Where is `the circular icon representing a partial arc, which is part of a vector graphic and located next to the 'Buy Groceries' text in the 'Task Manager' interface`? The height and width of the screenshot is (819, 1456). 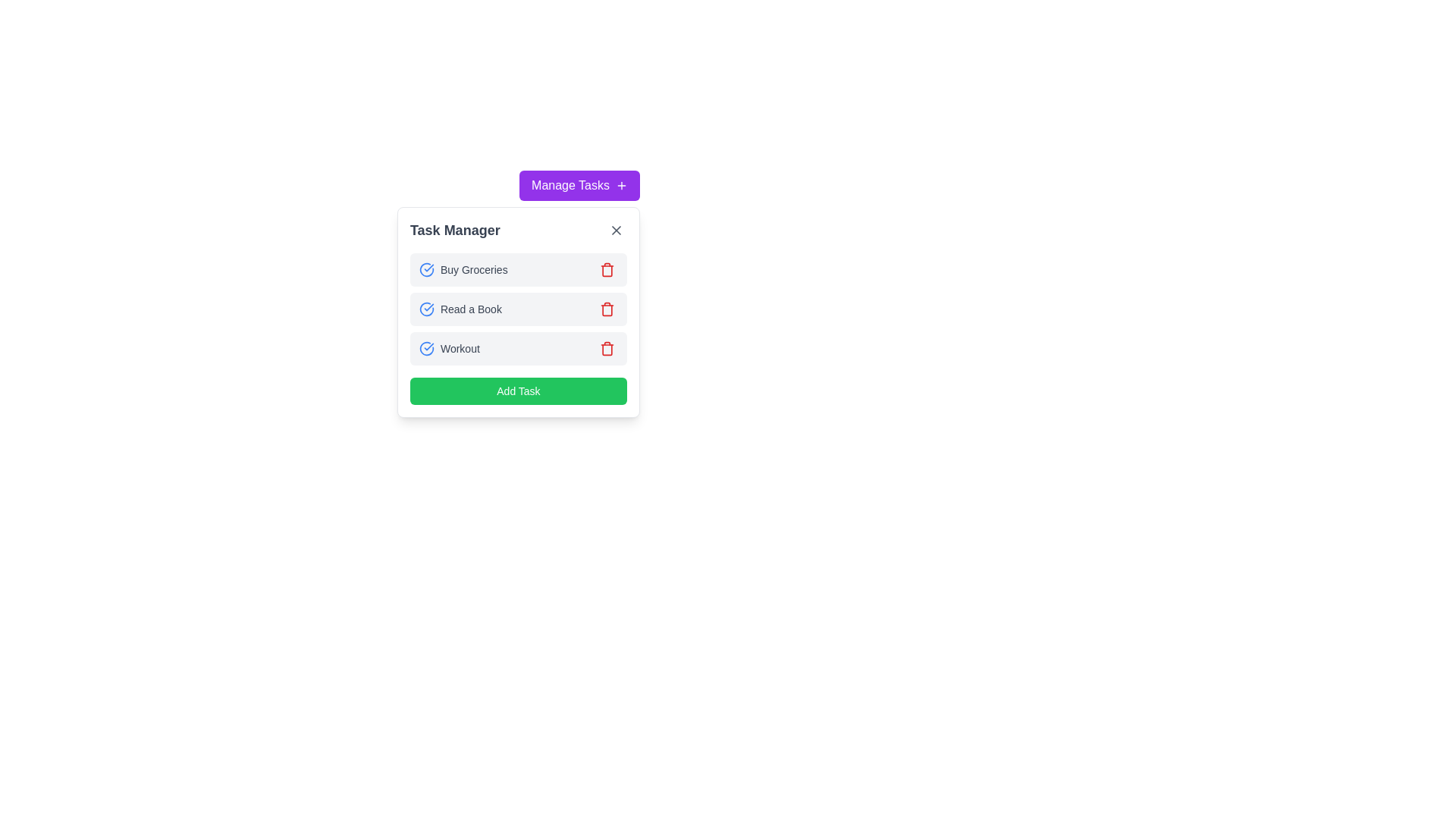 the circular icon representing a partial arc, which is part of a vector graphic and located next to the 'Buy Groceries' text in the 'Task Manager' interface is located at coordinates (425, 268).